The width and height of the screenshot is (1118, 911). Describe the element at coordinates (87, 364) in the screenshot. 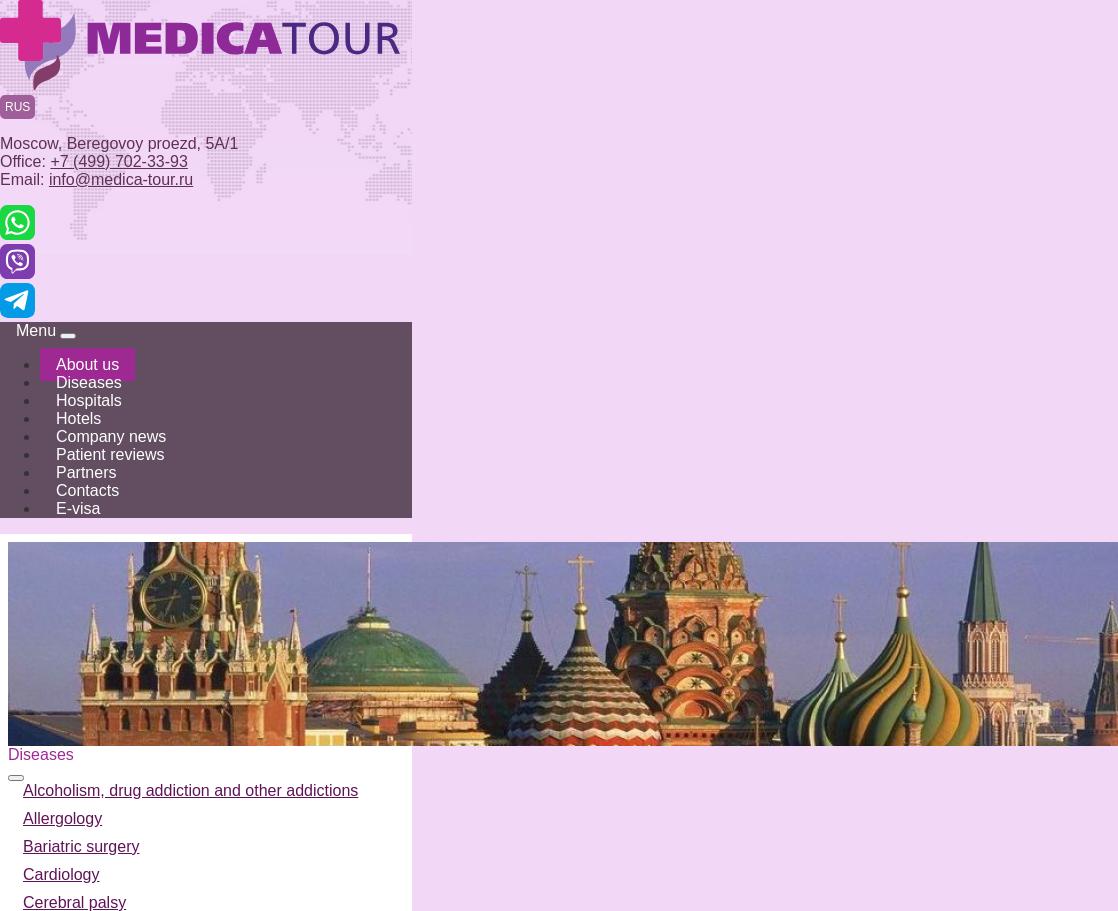

I see `'About us'` at that location.